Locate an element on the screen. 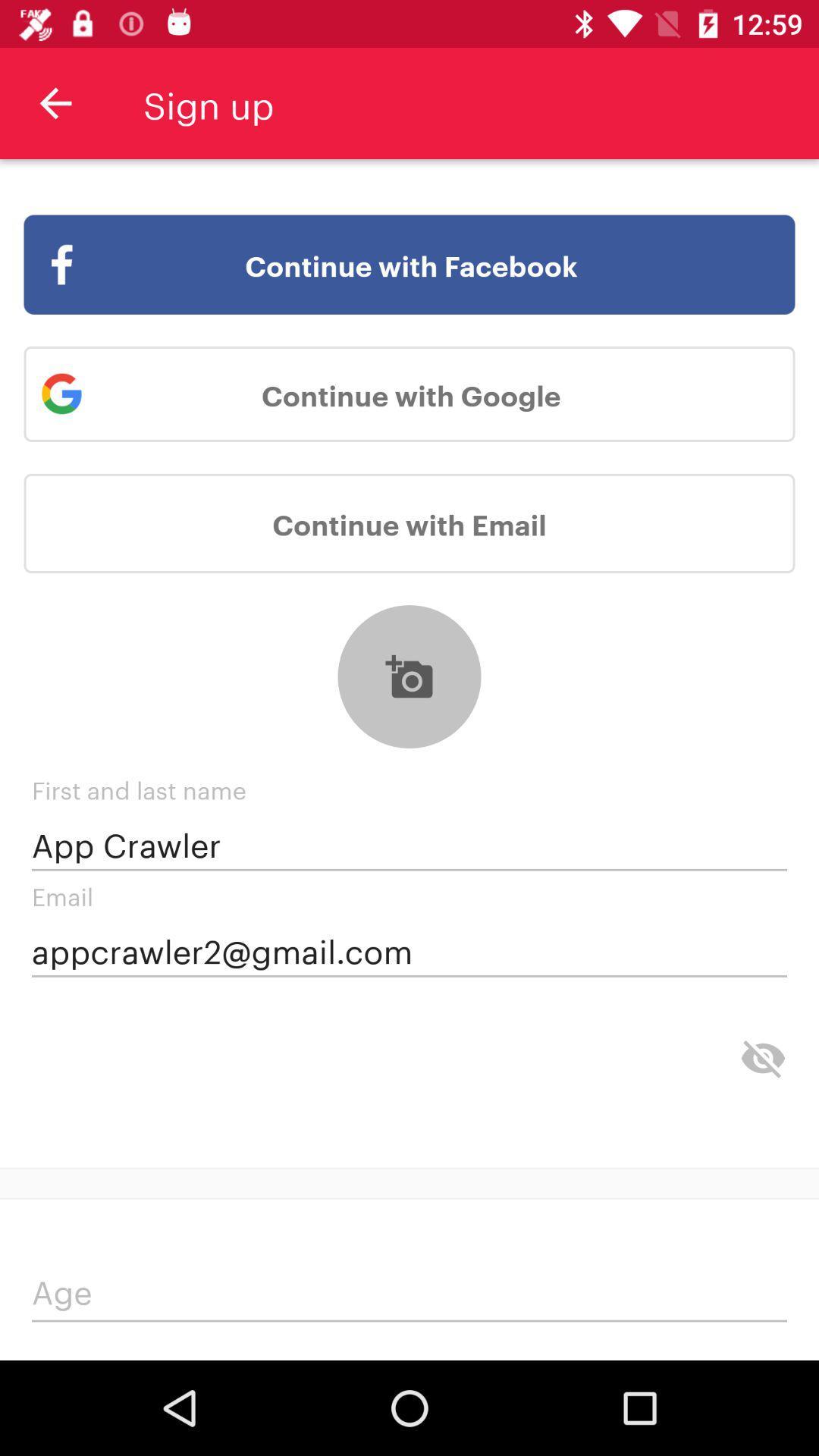  the image above the text first and last name is located at coordinates (409, 676).